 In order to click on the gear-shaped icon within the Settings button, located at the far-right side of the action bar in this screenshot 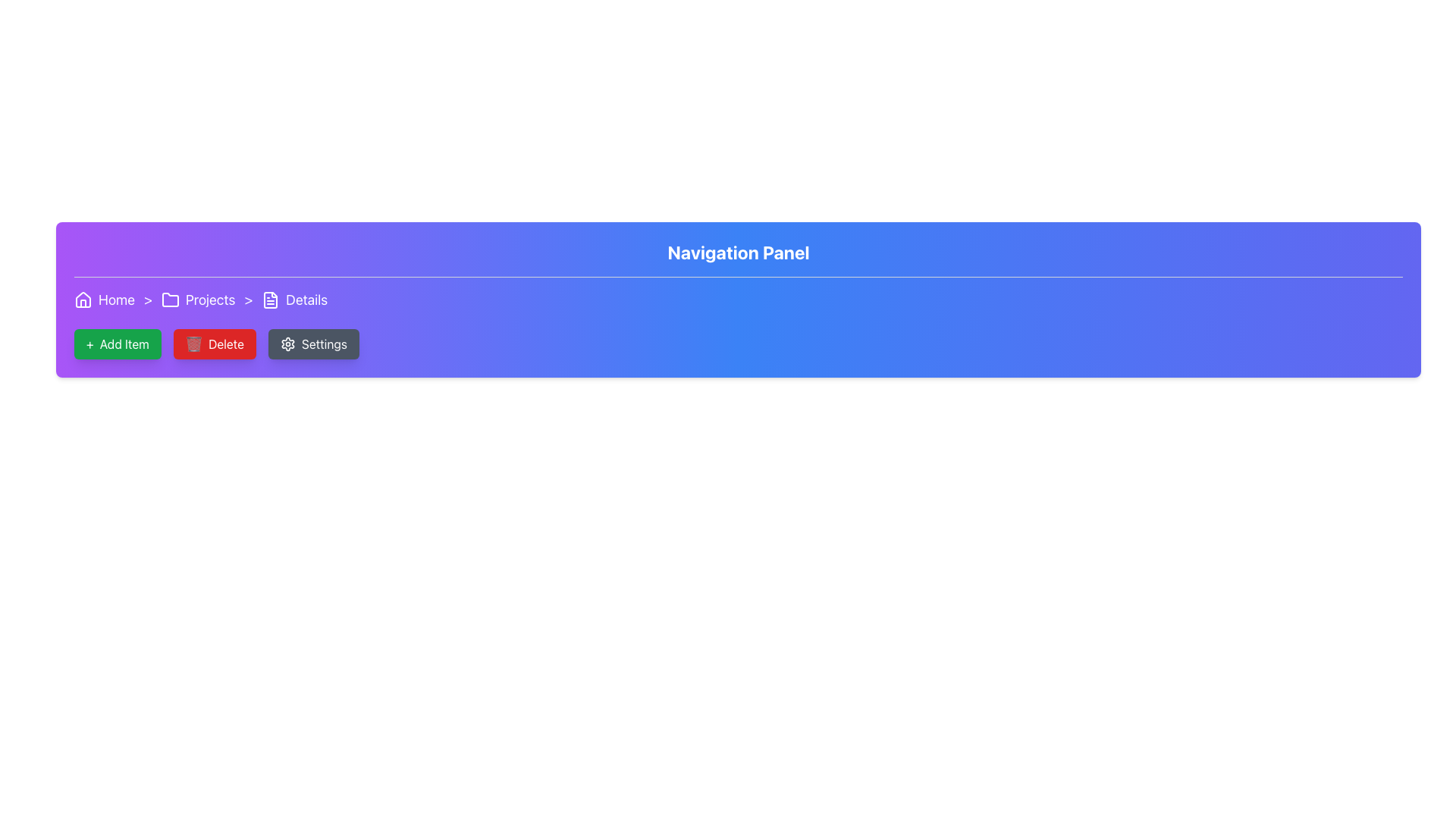, I will do `click(287, 344)`.